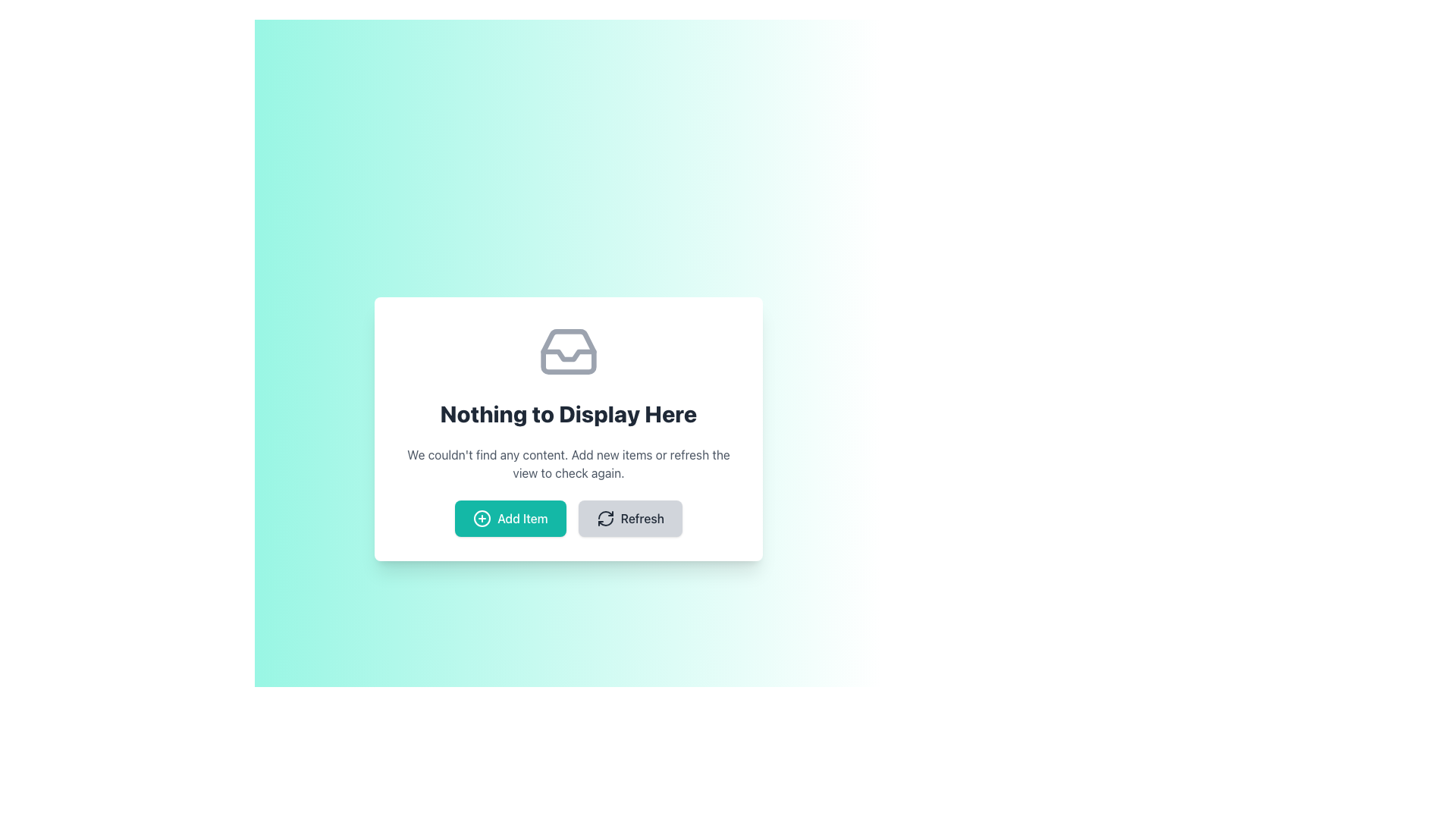 The image size is (1456, 819). What do you see at coordinates (482, 517) in the screenshot?
I see `the decorative background element of the '+' icon for the 'Add Item' button` at bounding box center [482, 517].